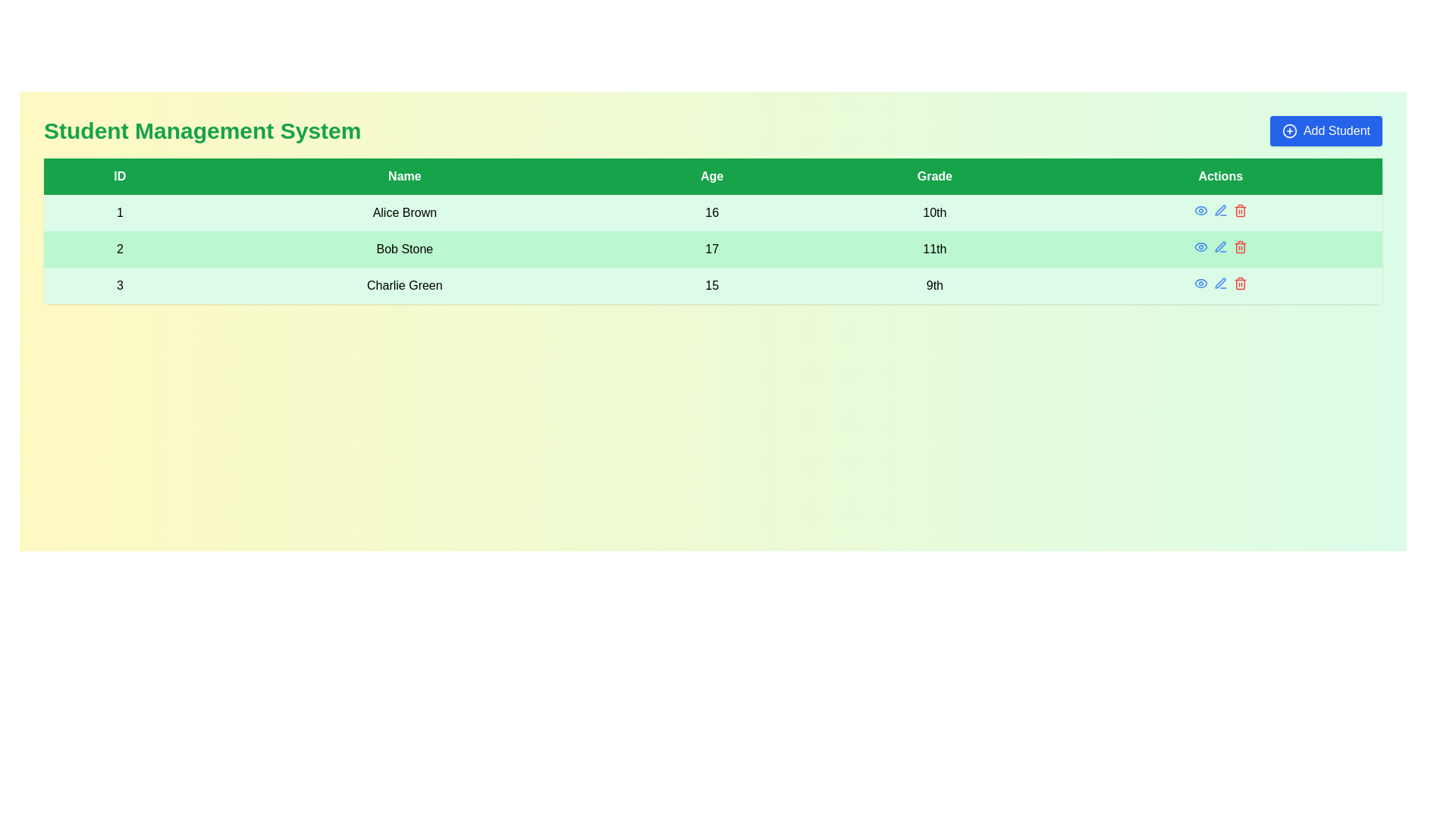  What do you see at coordinates (1240, 210) in the screenshot?
I see `the delete button located in the rightmost cell under the 'Actions' column of the second row, corresponding to 'Bob Stone', to initiate the delete action` at bounding box center [1240, 210].